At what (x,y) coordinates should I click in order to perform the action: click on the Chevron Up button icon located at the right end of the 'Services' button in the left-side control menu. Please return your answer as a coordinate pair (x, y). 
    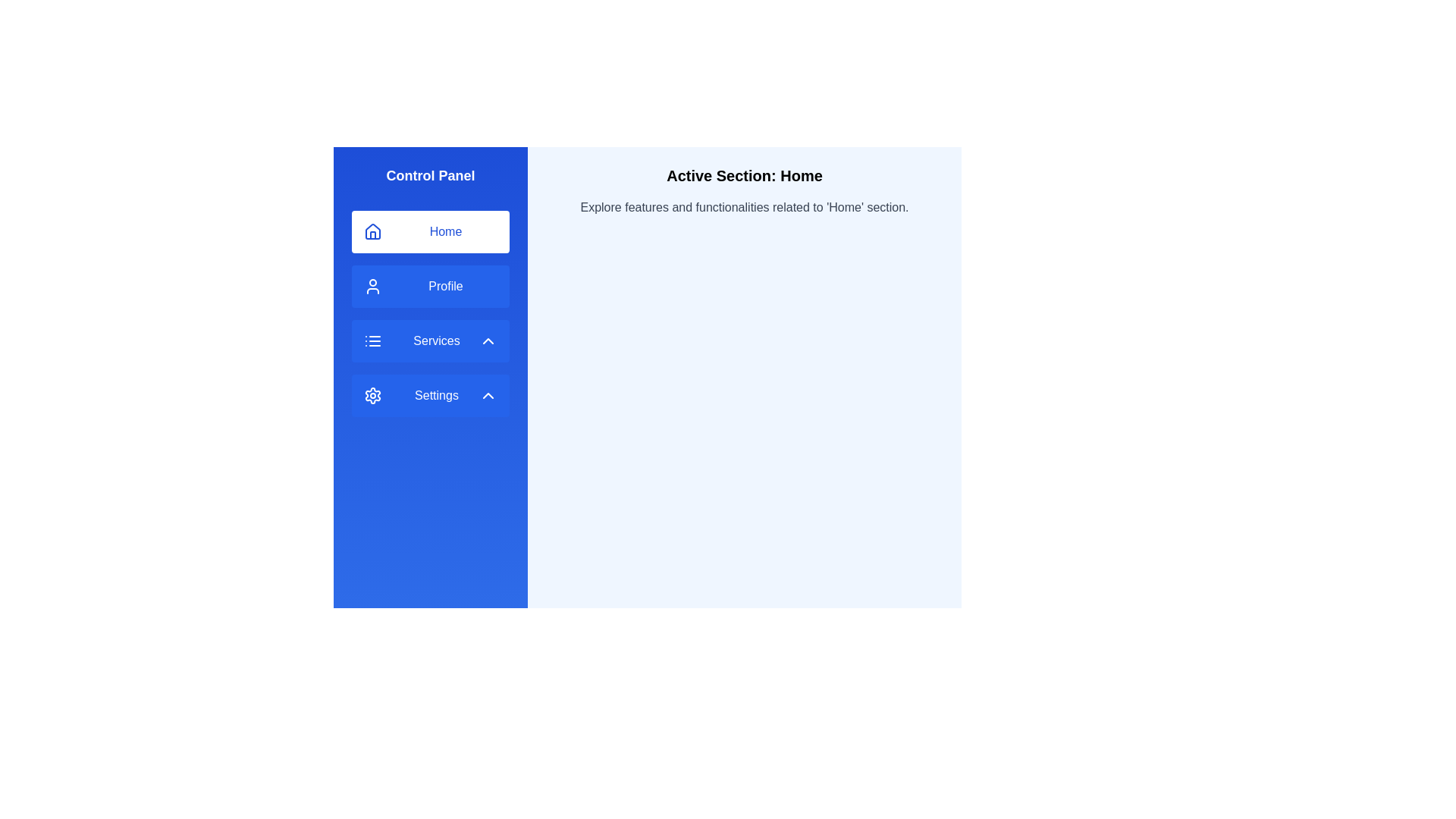
    Looking at the image, I should click on (488, 341).